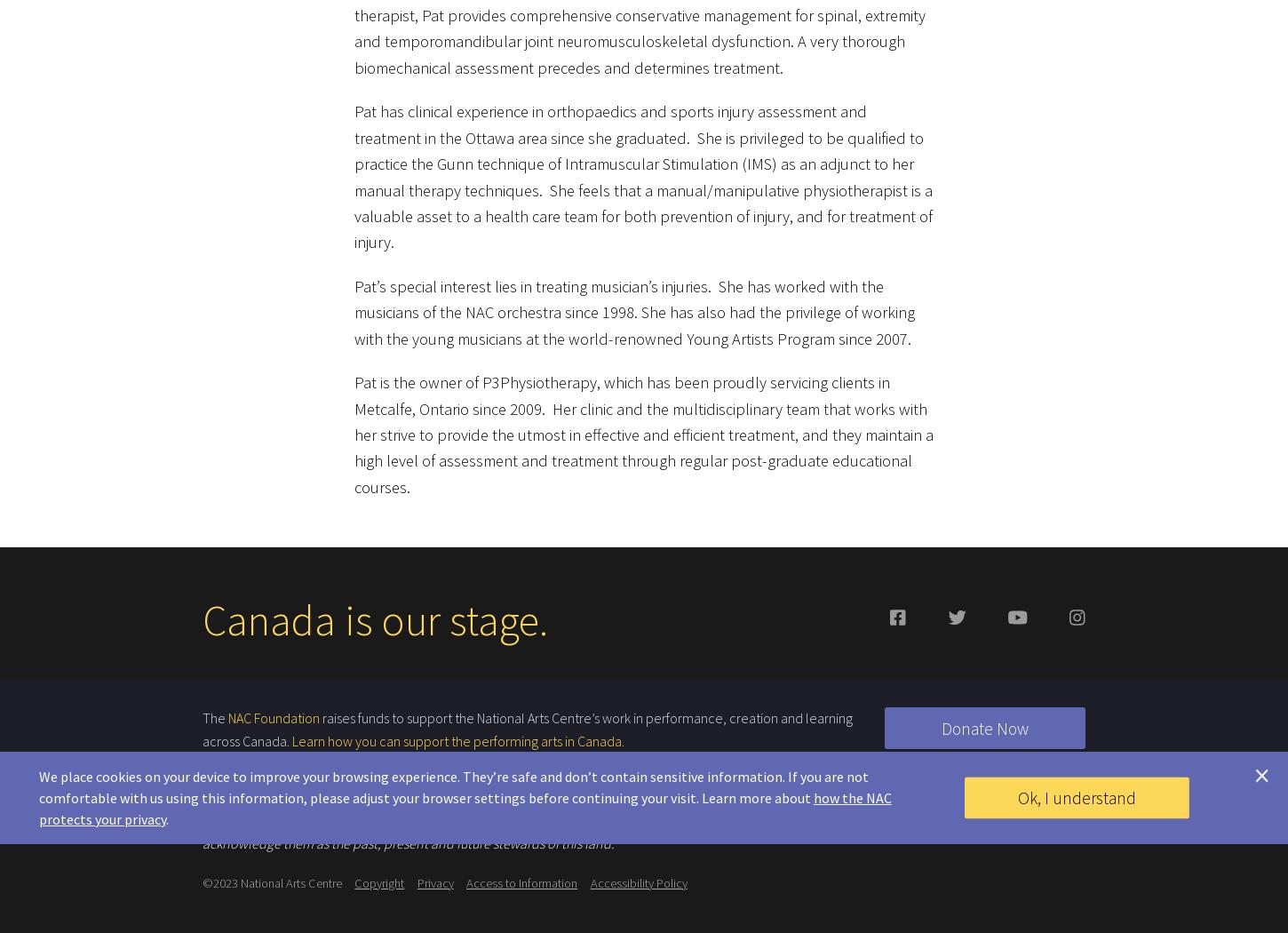 The height and width of the screenshot is (933, 1288). Describe the element at coordinates (292, 731) in the screenshot. I see `'Learn how you can support the performing arts in Canada.'` at that location.